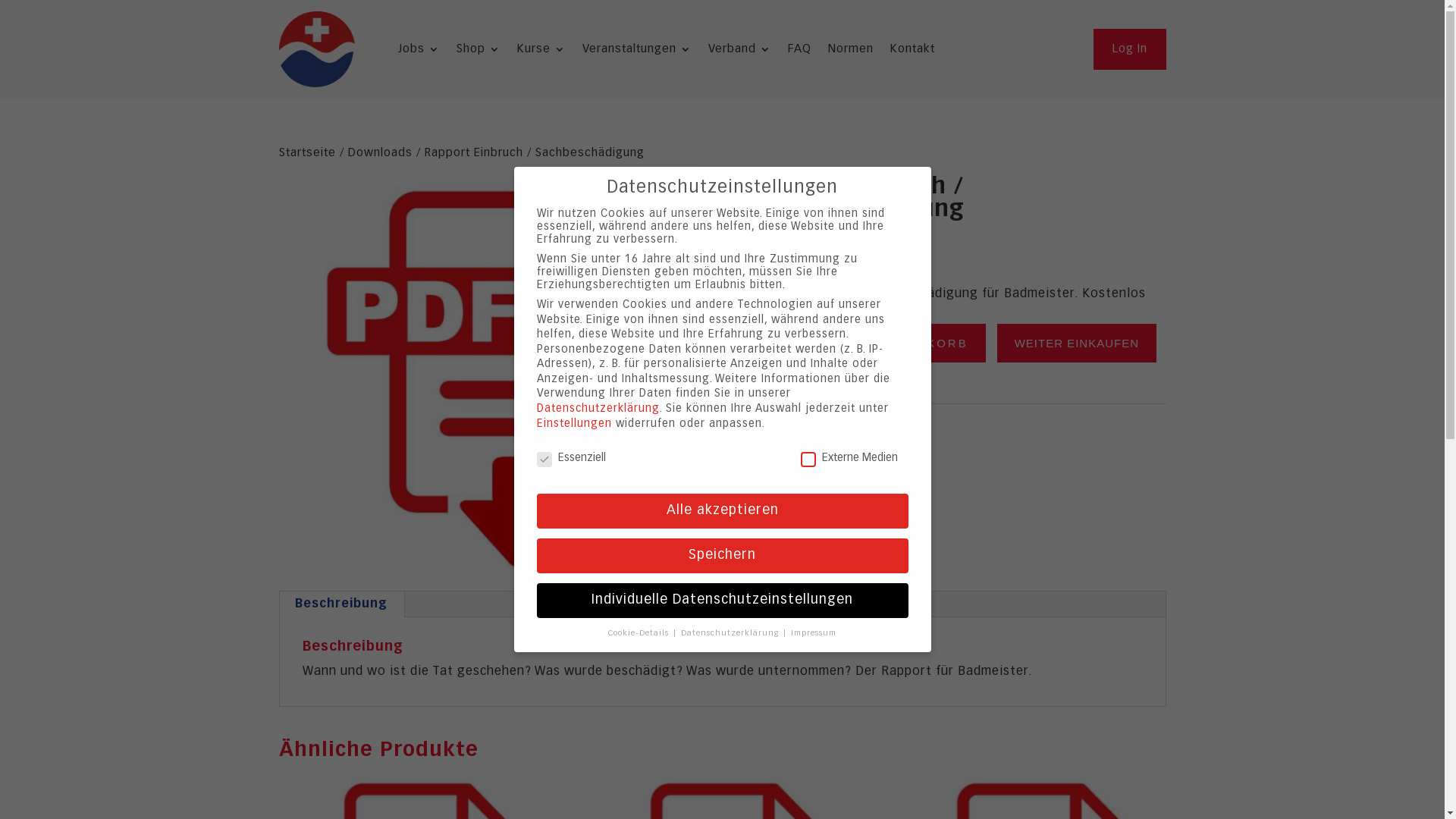  Describe the element at coordinates (1129, 49) in the screenshot. I see `'Log In'` at that location.